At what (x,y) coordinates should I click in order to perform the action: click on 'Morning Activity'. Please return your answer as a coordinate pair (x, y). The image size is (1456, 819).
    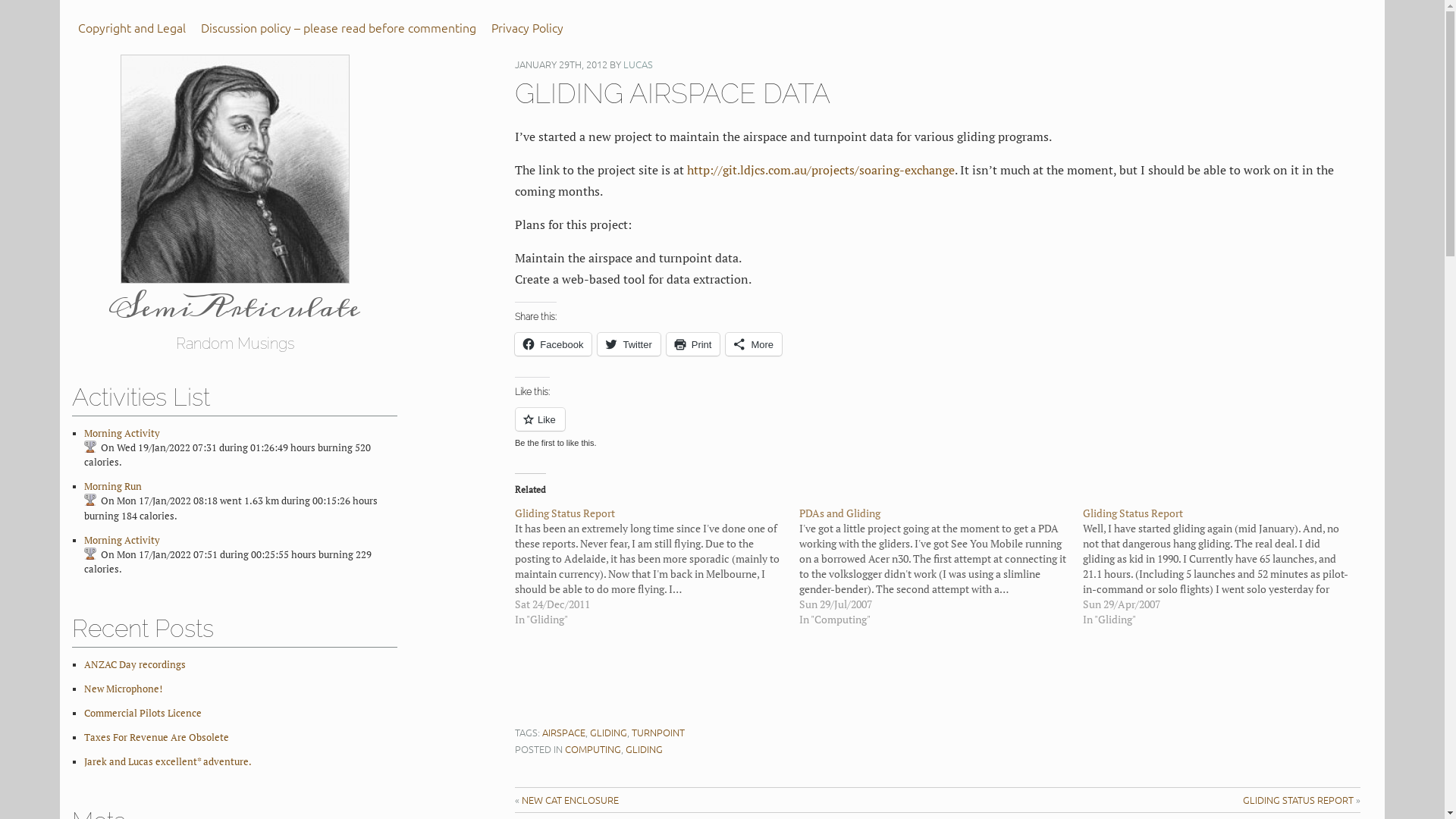
    Looking at the image, I should click on (122, 433).